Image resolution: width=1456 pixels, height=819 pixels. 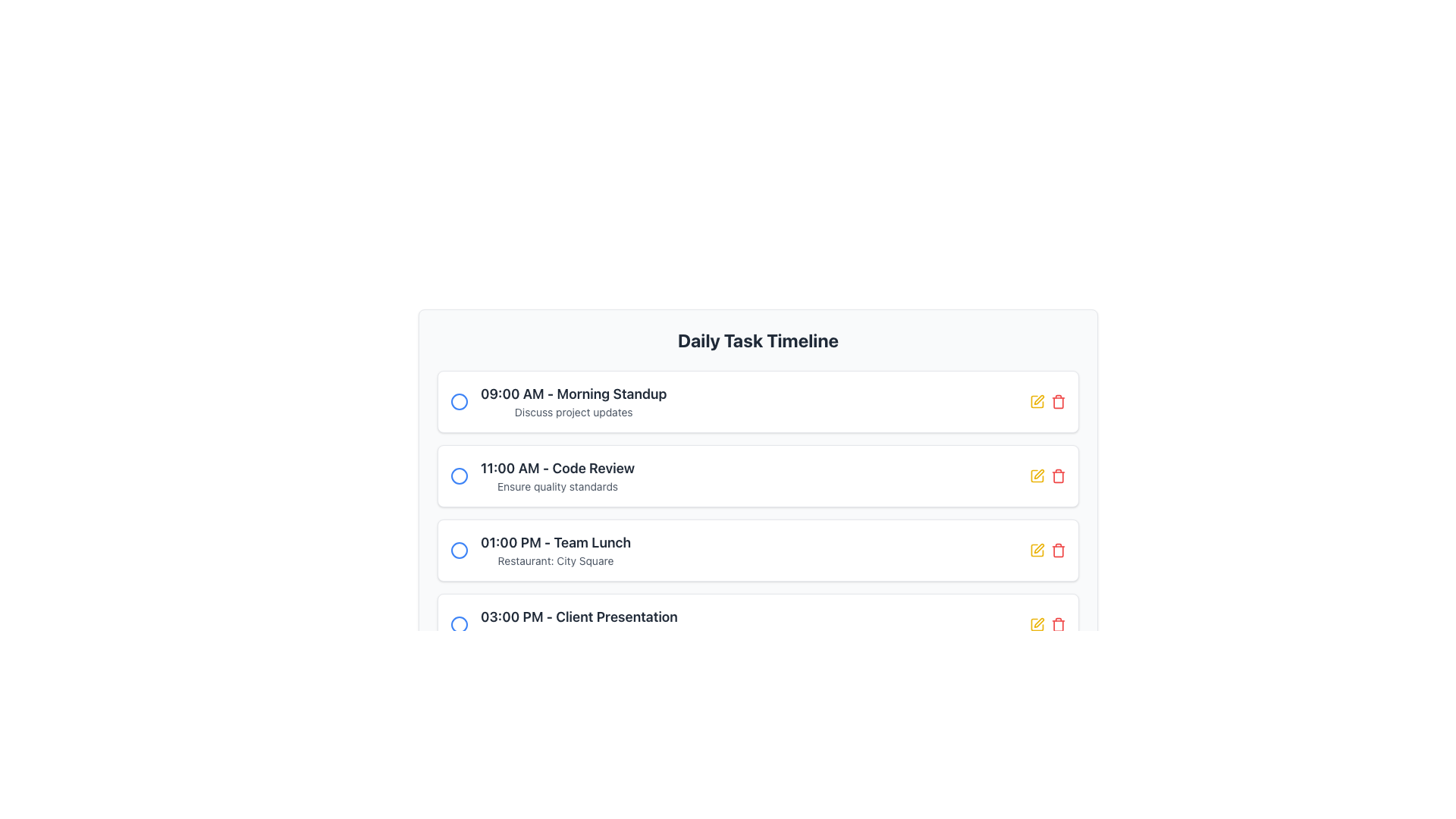 I want to click on the blue circular icon with a white center, which is part of the task entry for '11:00 AM - Code Review'. This icon is the second occurrence in the task list and is located to the left of the task title, so click(x=458, y=475).